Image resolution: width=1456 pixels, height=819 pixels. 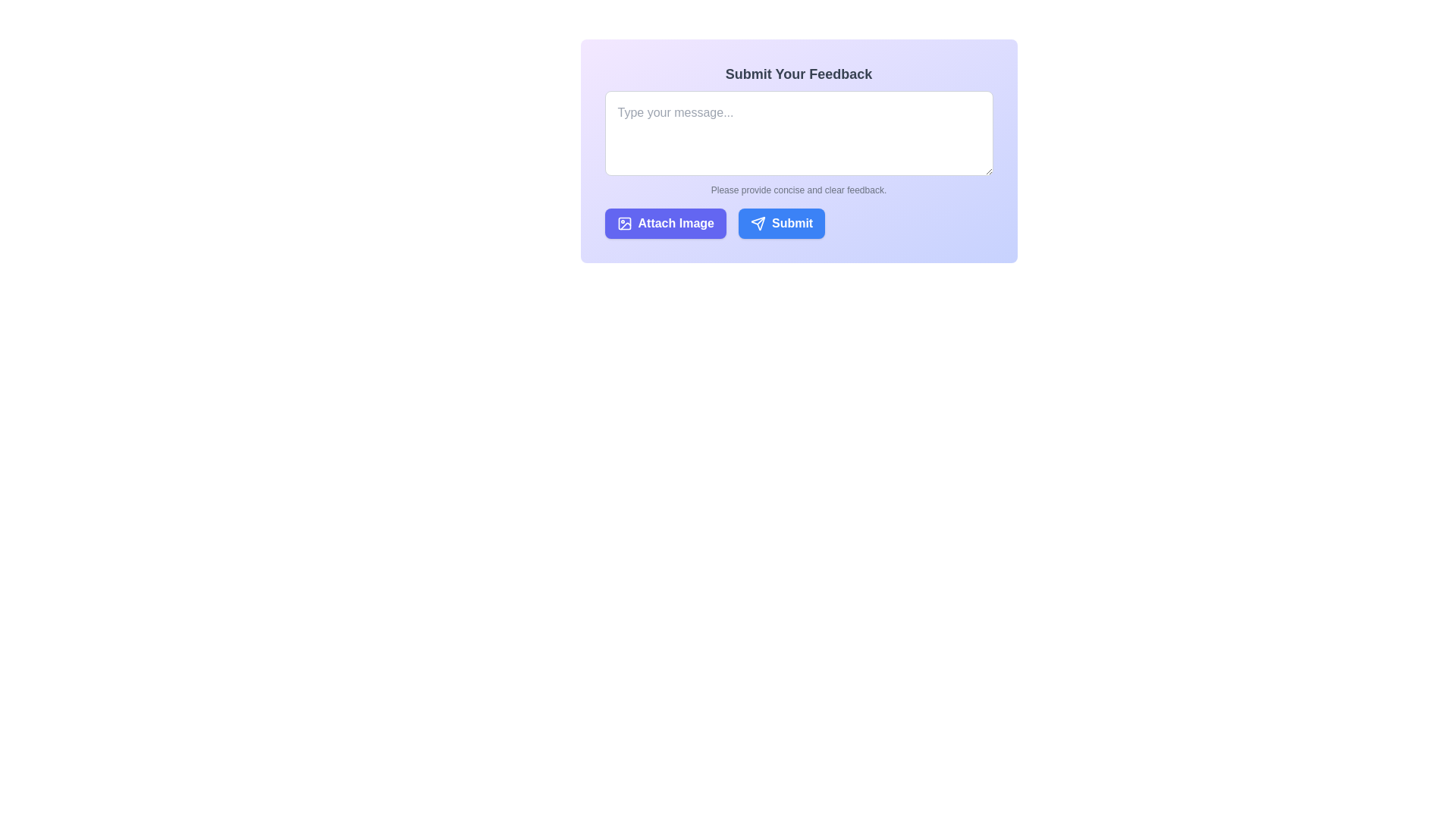 What do you see at coordinates (675, 223) in the screenshot?
I see `the text label 'Attach Image' which is styled with white text on a blue background and is part of a button group` at bounding box center [675, 223].